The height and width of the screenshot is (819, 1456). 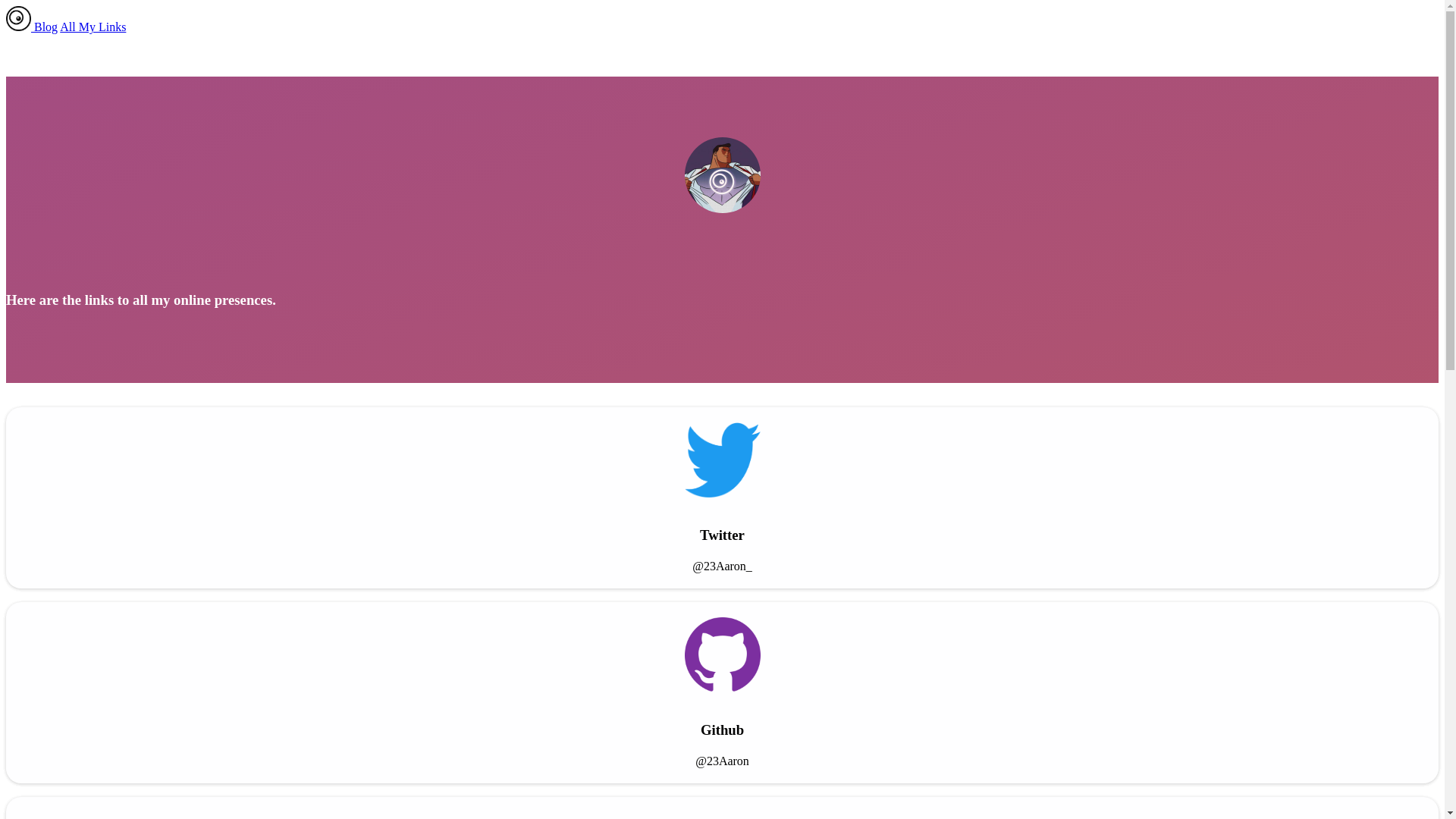 I want to click on 'Github, so click(x=721, y=692).